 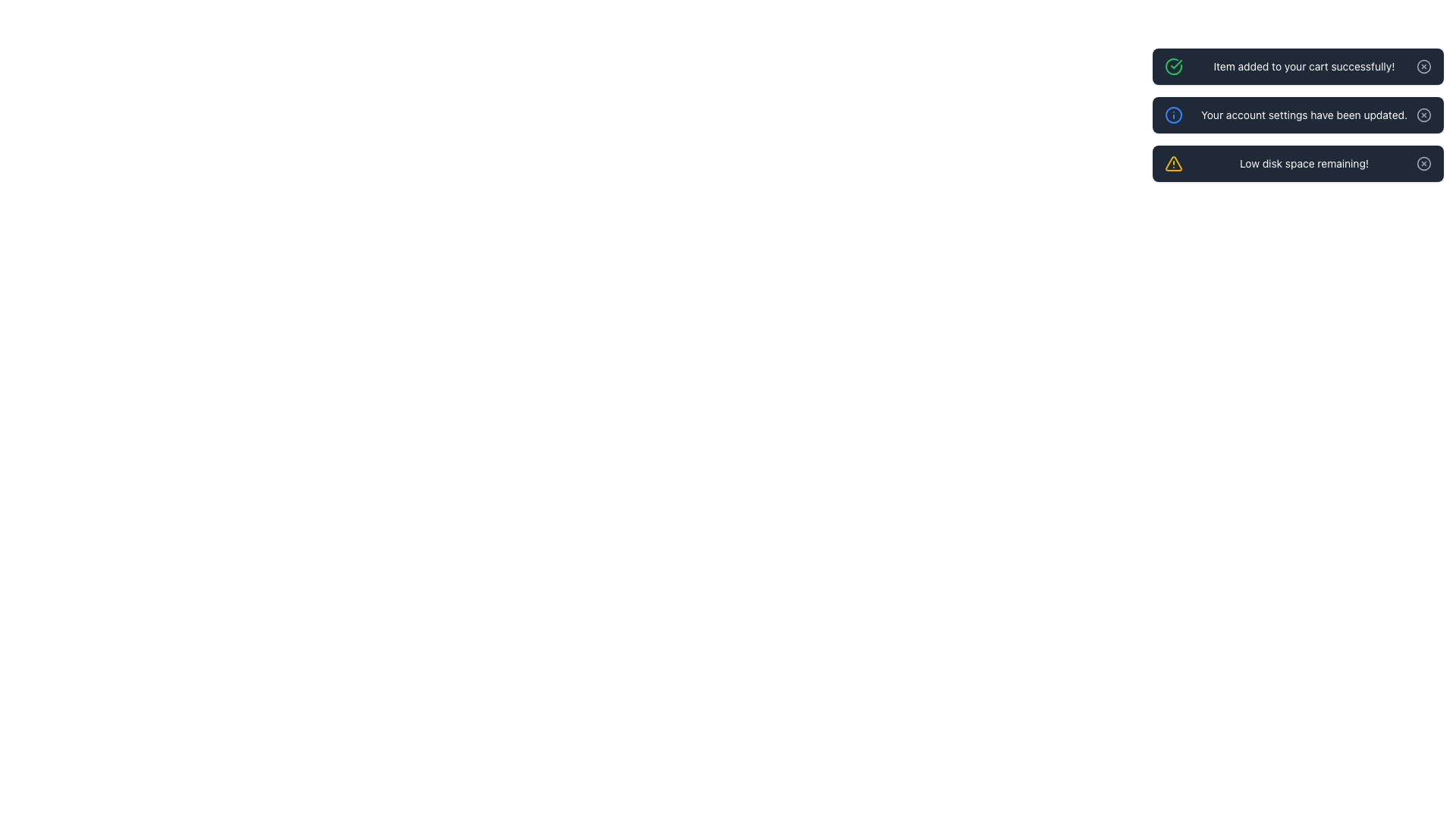 I want to click on the graphical icon component, which is the primary circle in the notification stating 'Your account settings have been updated.', so click(x=1173, y=114).